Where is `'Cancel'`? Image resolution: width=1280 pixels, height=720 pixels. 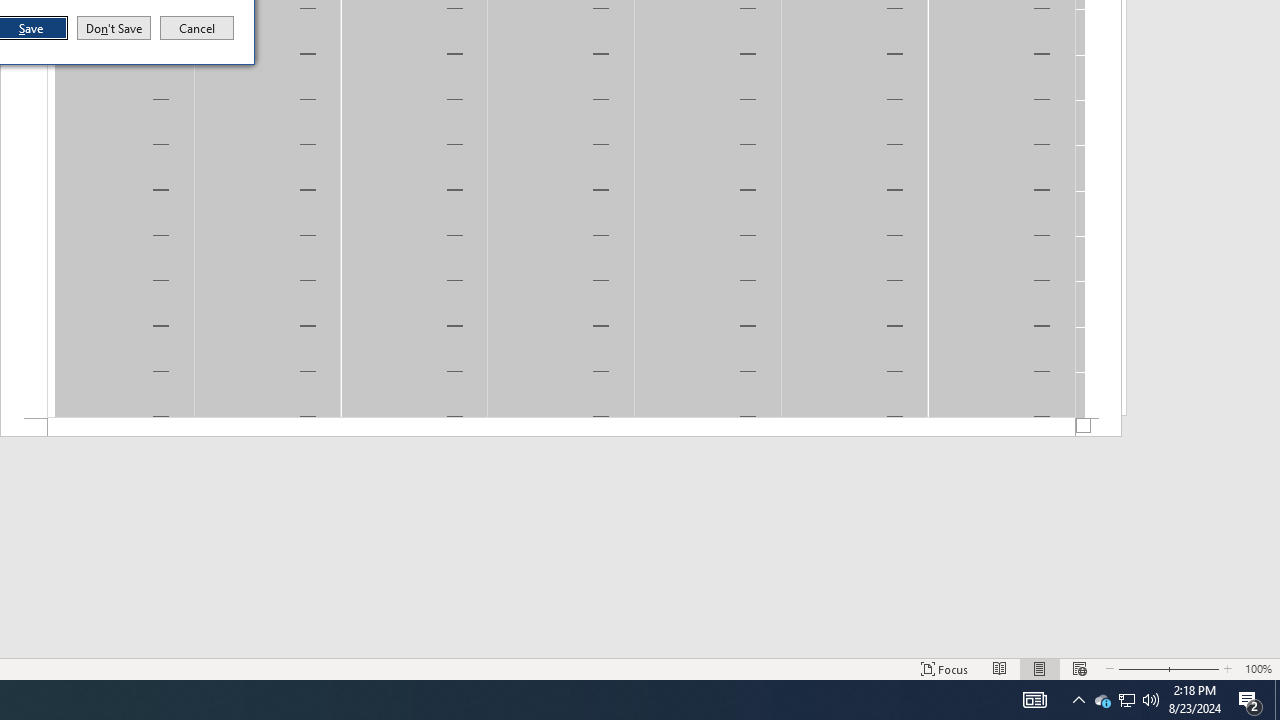 'Cancel' is located at coordinates (197, 28).